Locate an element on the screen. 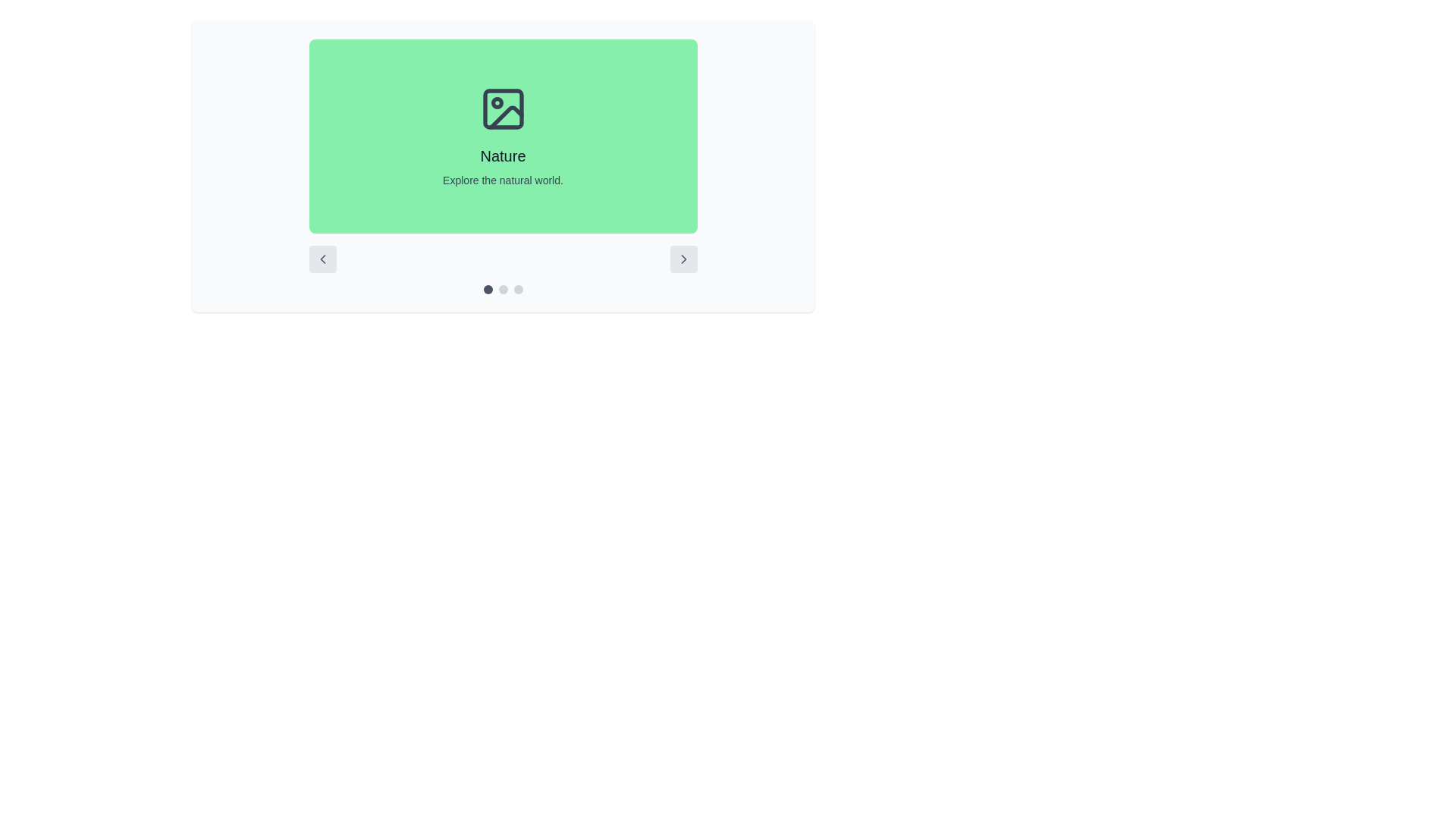 The image size is (1456, 819). the upper portion of the illustrated icon group represented by the SVG rectangle within a green card interface is located at coordinates (503, 108).